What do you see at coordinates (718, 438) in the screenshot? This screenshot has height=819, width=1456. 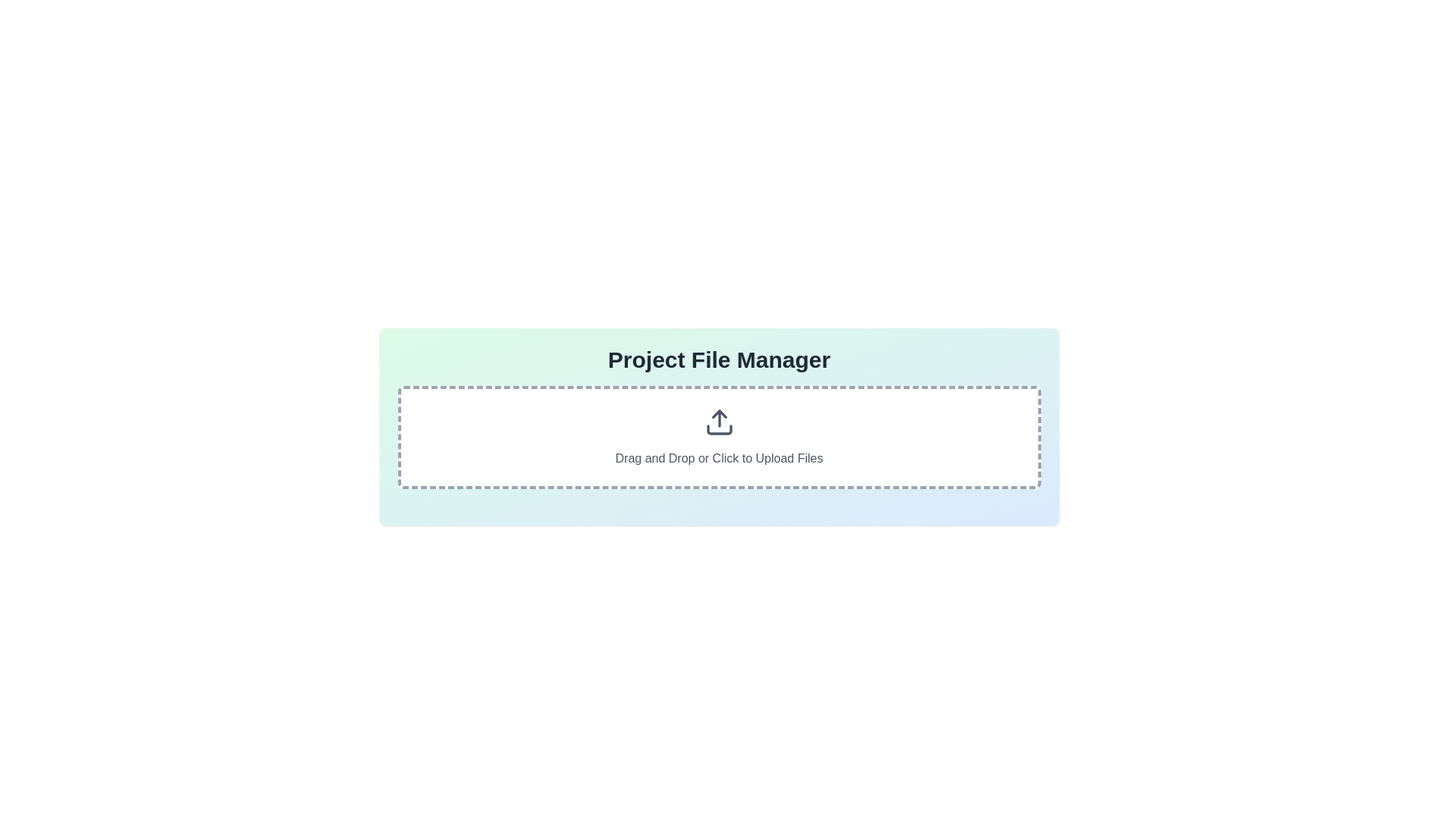 I see `the interactive file drop zone with a white background, dashed gray border, and rounded corners to upload files` at bounding box center [718, 438].